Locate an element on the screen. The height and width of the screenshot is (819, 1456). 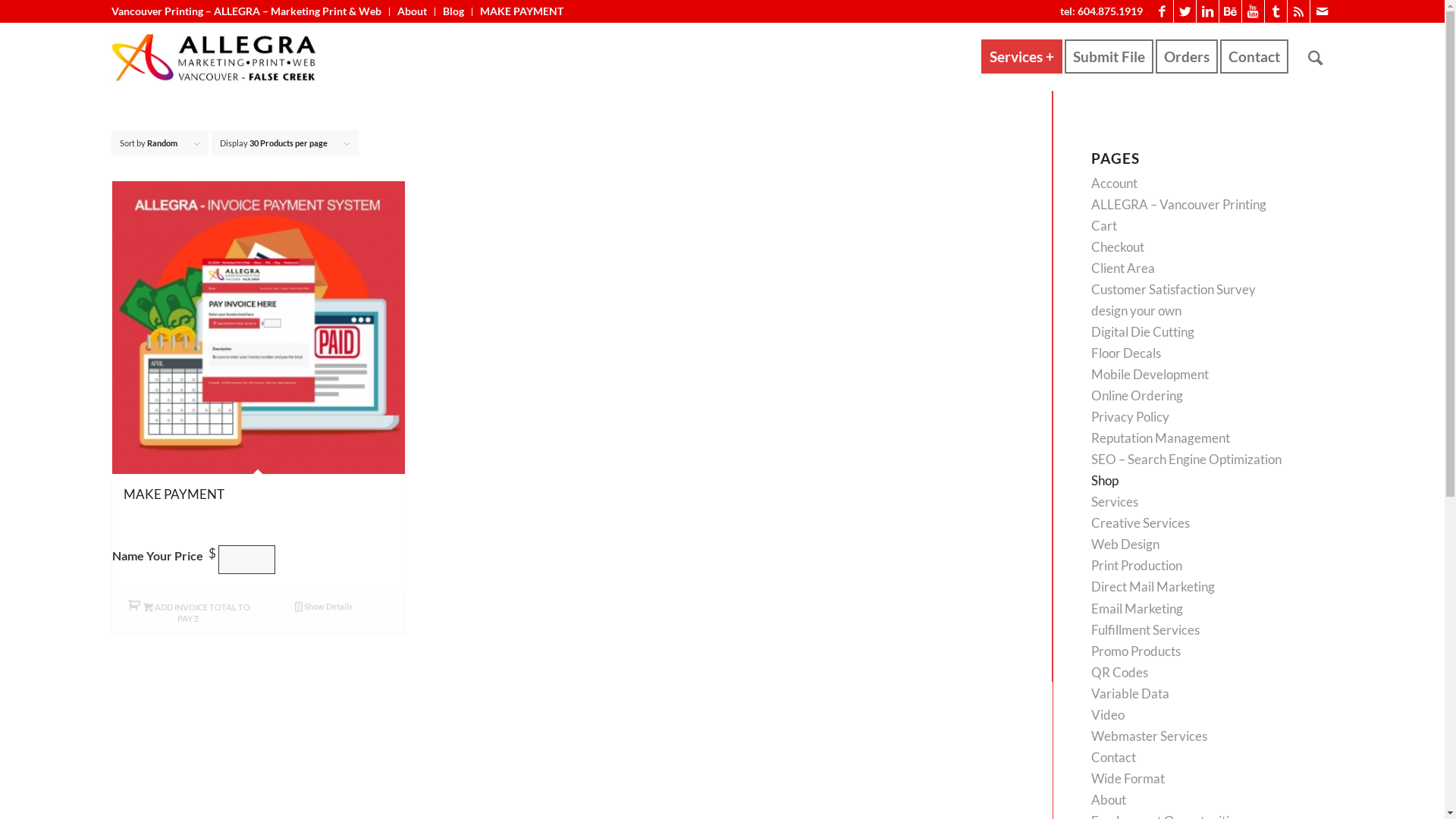
'Facebook' is located at coordinates (1161, 11).